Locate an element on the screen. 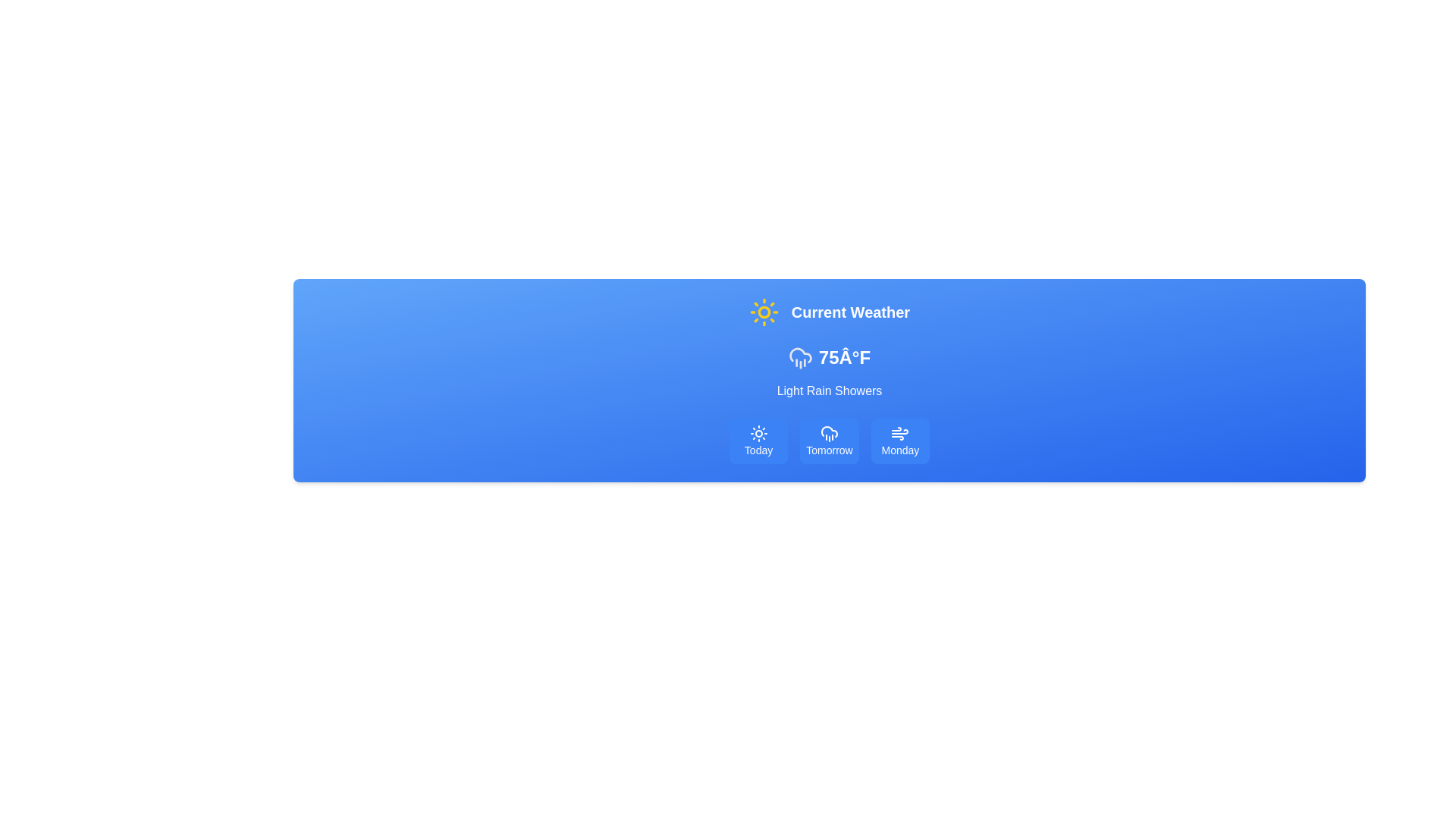 The height and width of the screenshot is (819, 1456). the wind-related status icon, which is part of the 'Monday' button located at the bottom of the weather information area is located at coordinates (900, 433).